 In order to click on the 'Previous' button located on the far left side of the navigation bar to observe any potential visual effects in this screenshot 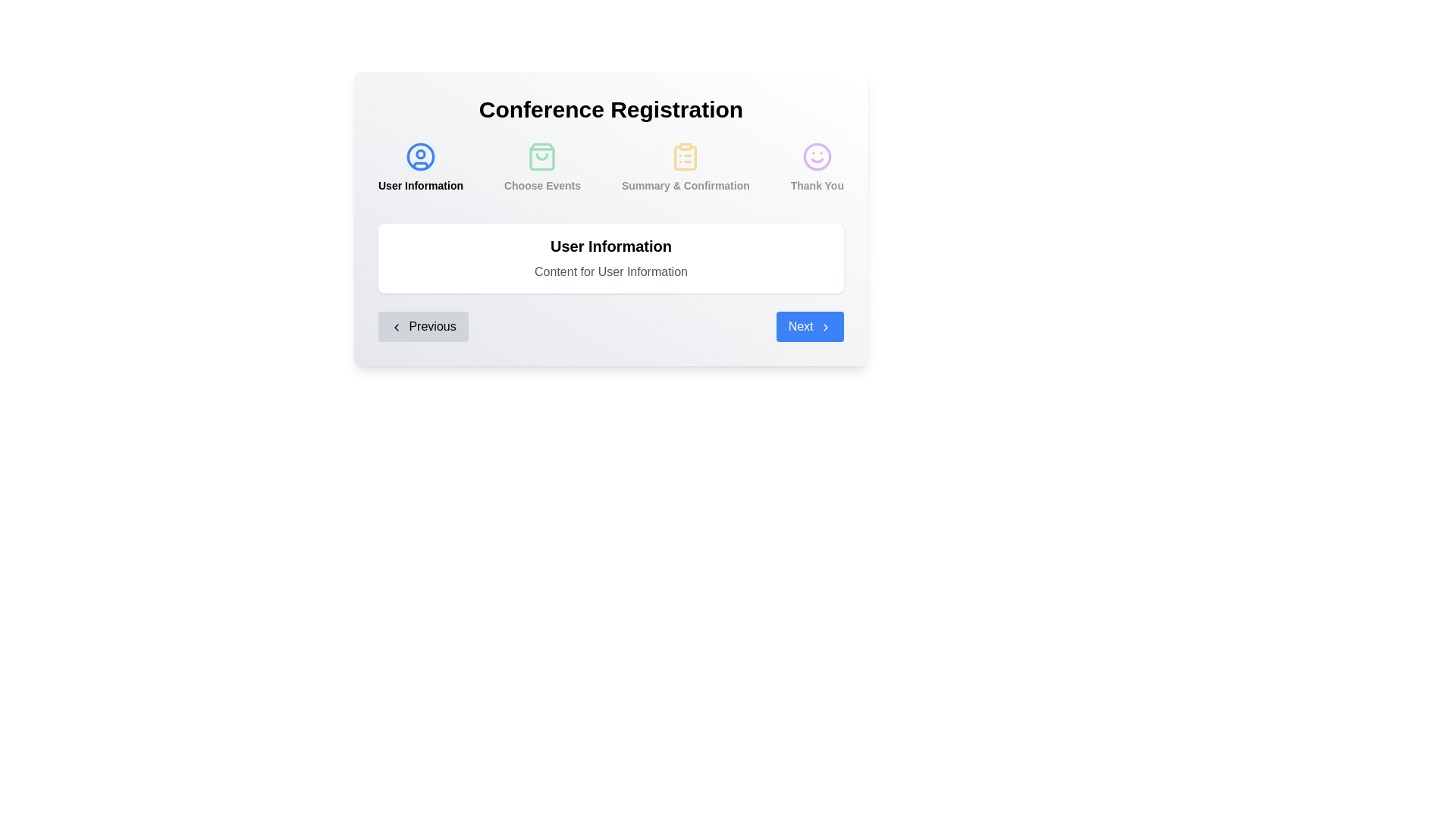, I will do `click(423, 326)`.